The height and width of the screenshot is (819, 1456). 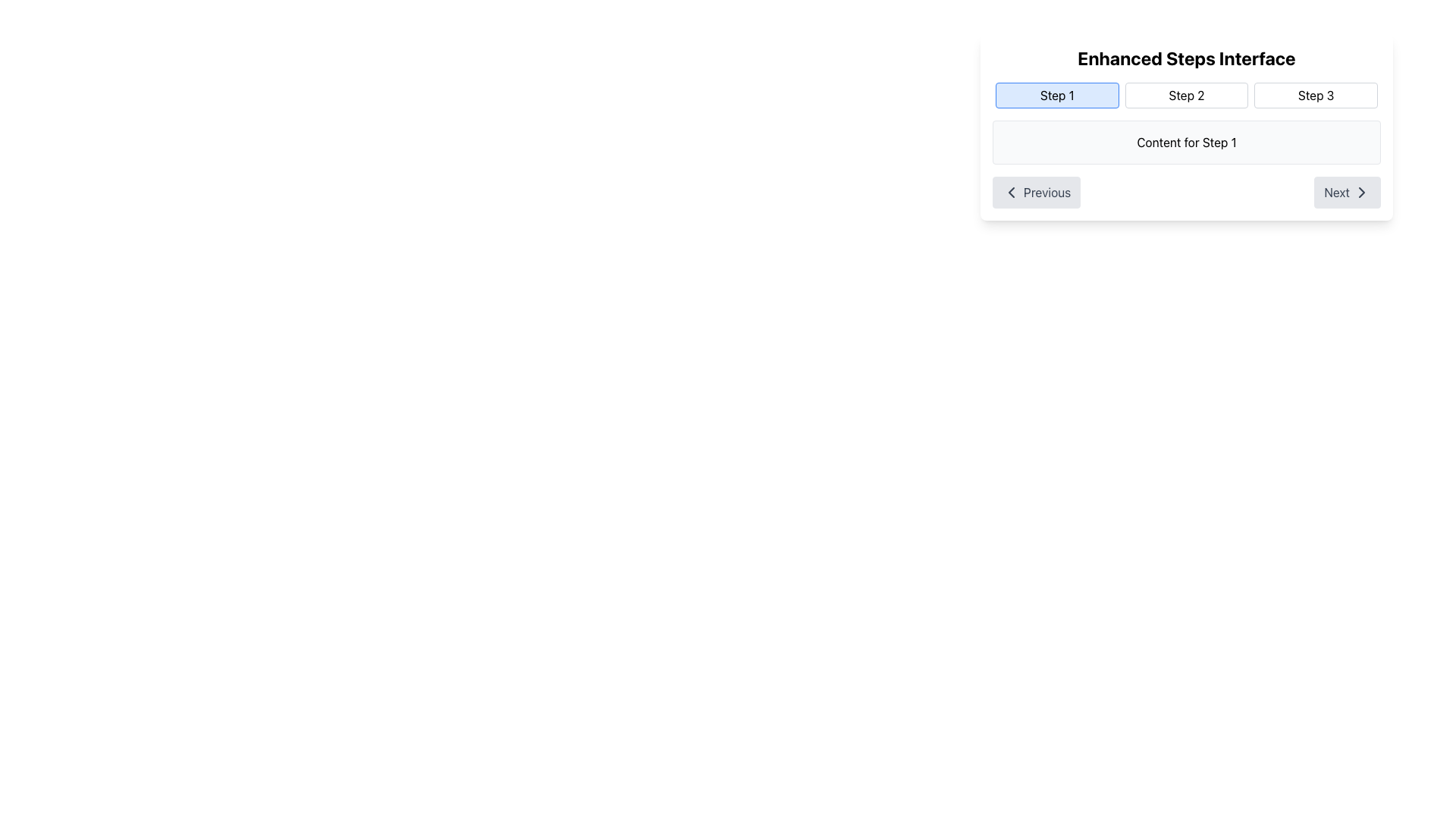 I want to click on the 'Previous' button with a light gray background and dark gray text, so click(x=1036, y=192).